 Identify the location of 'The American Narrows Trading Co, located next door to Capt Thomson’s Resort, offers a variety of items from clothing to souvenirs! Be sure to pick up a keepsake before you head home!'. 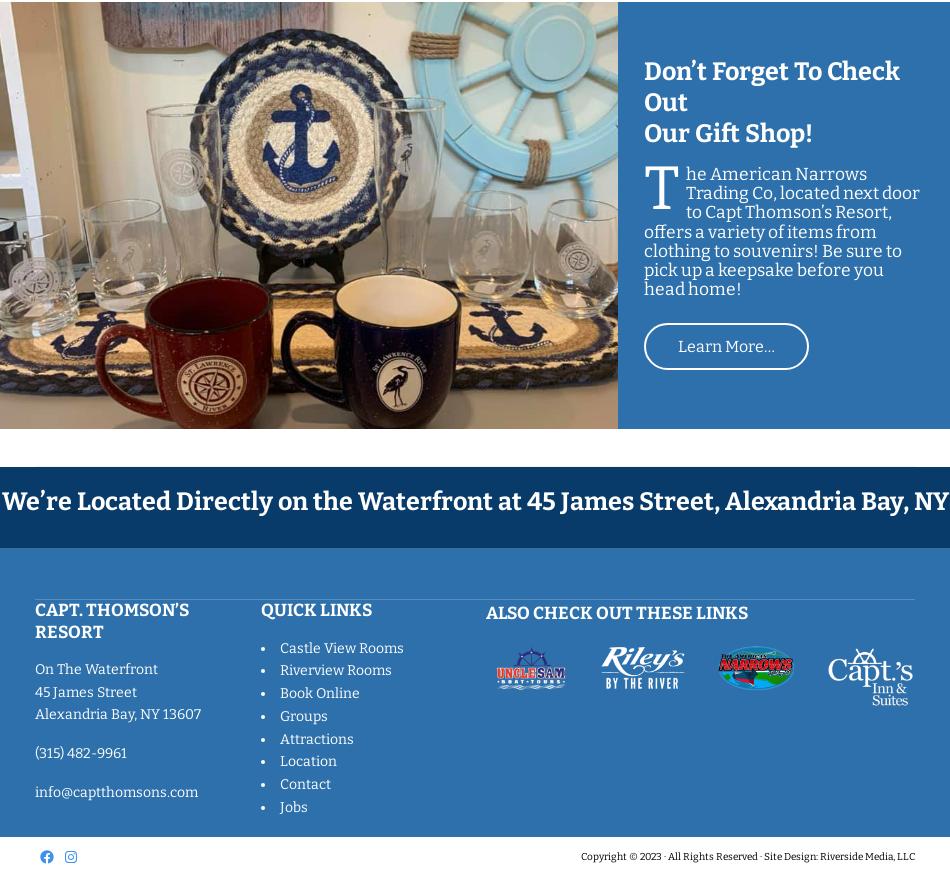
(781, 226).